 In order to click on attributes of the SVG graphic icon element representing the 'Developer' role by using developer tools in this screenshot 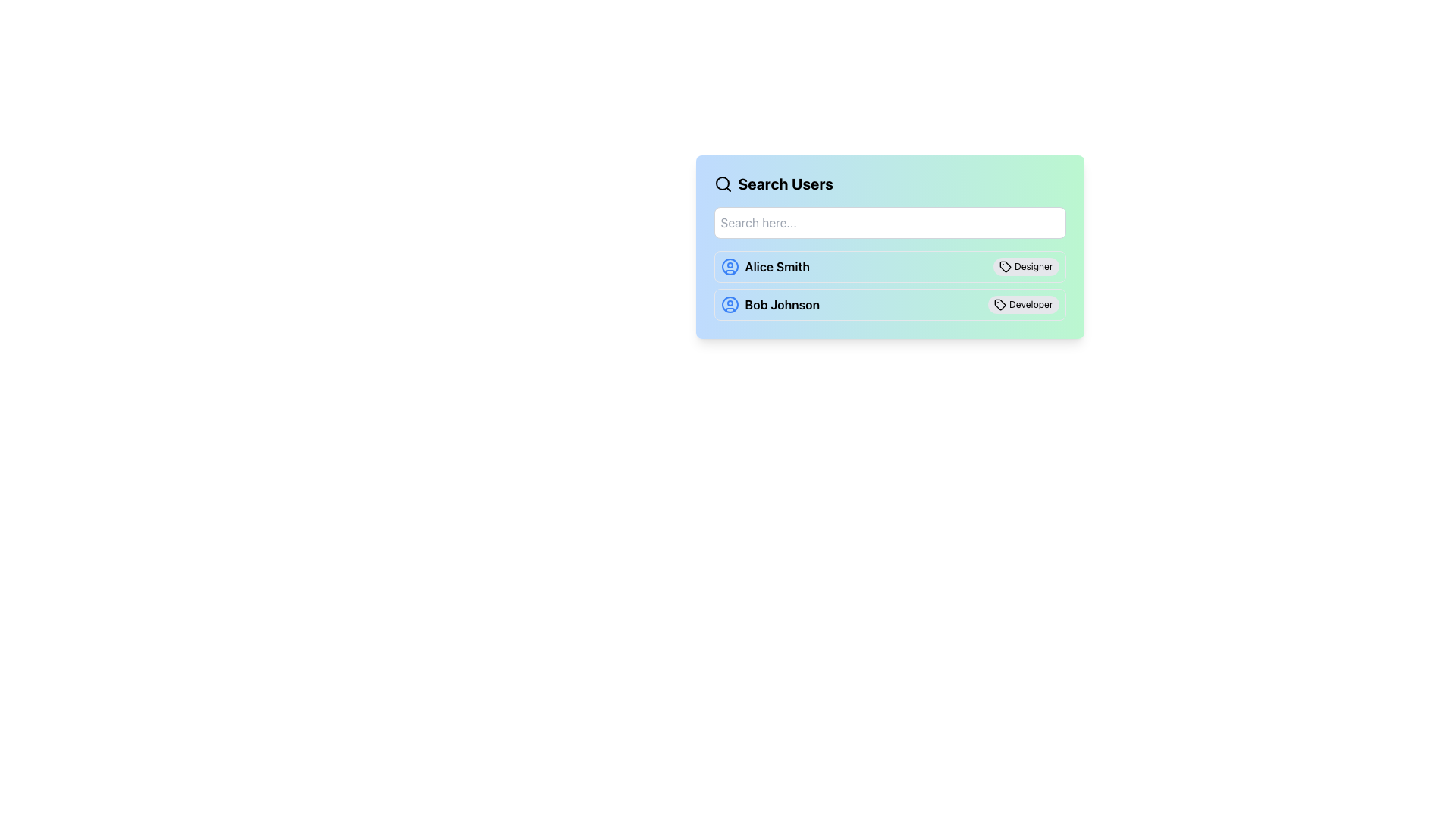, I will do `click(1000, 304)`.